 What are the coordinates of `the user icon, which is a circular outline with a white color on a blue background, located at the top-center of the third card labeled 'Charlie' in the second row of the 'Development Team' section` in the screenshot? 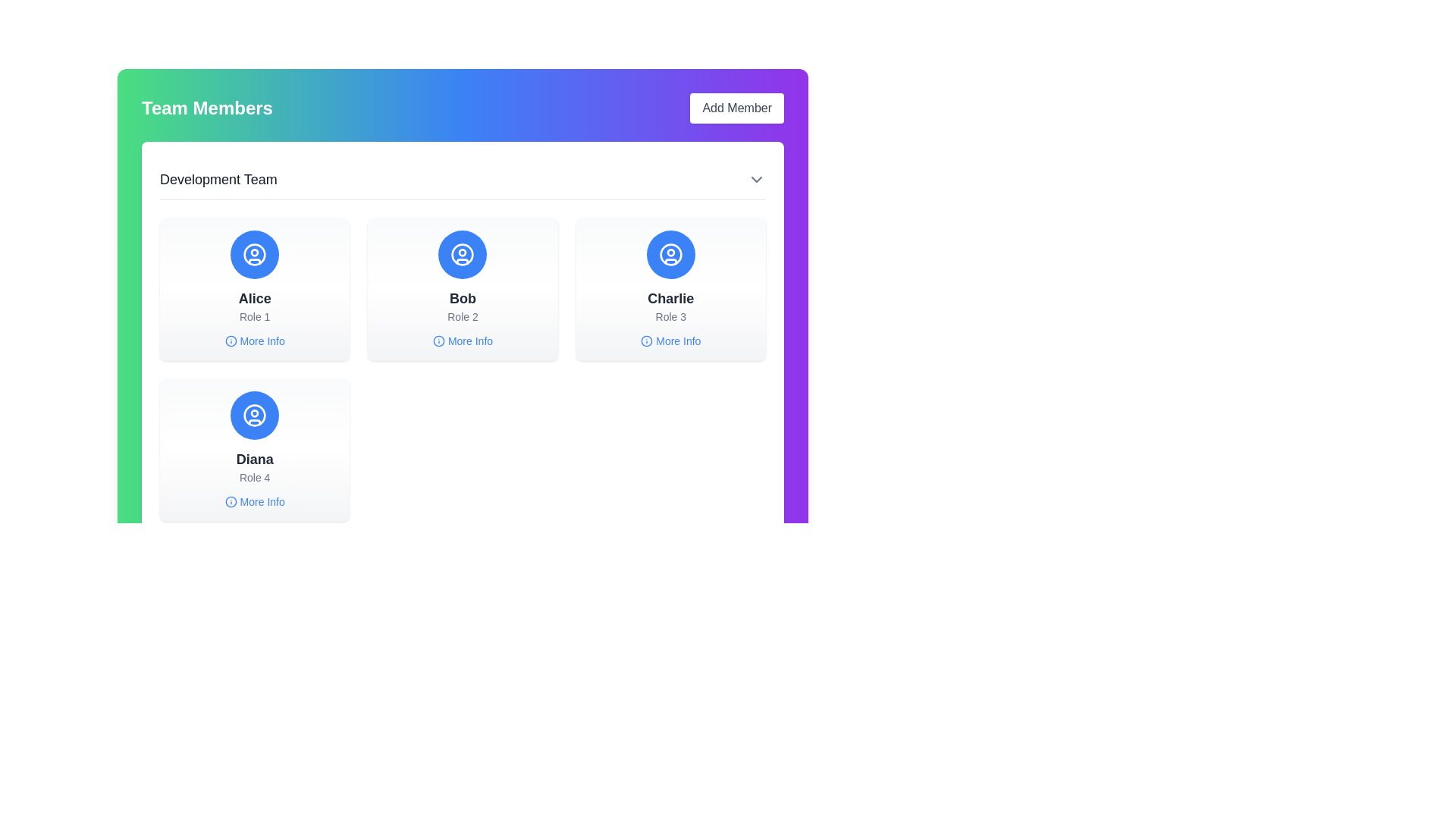 It's located at (670, 253).